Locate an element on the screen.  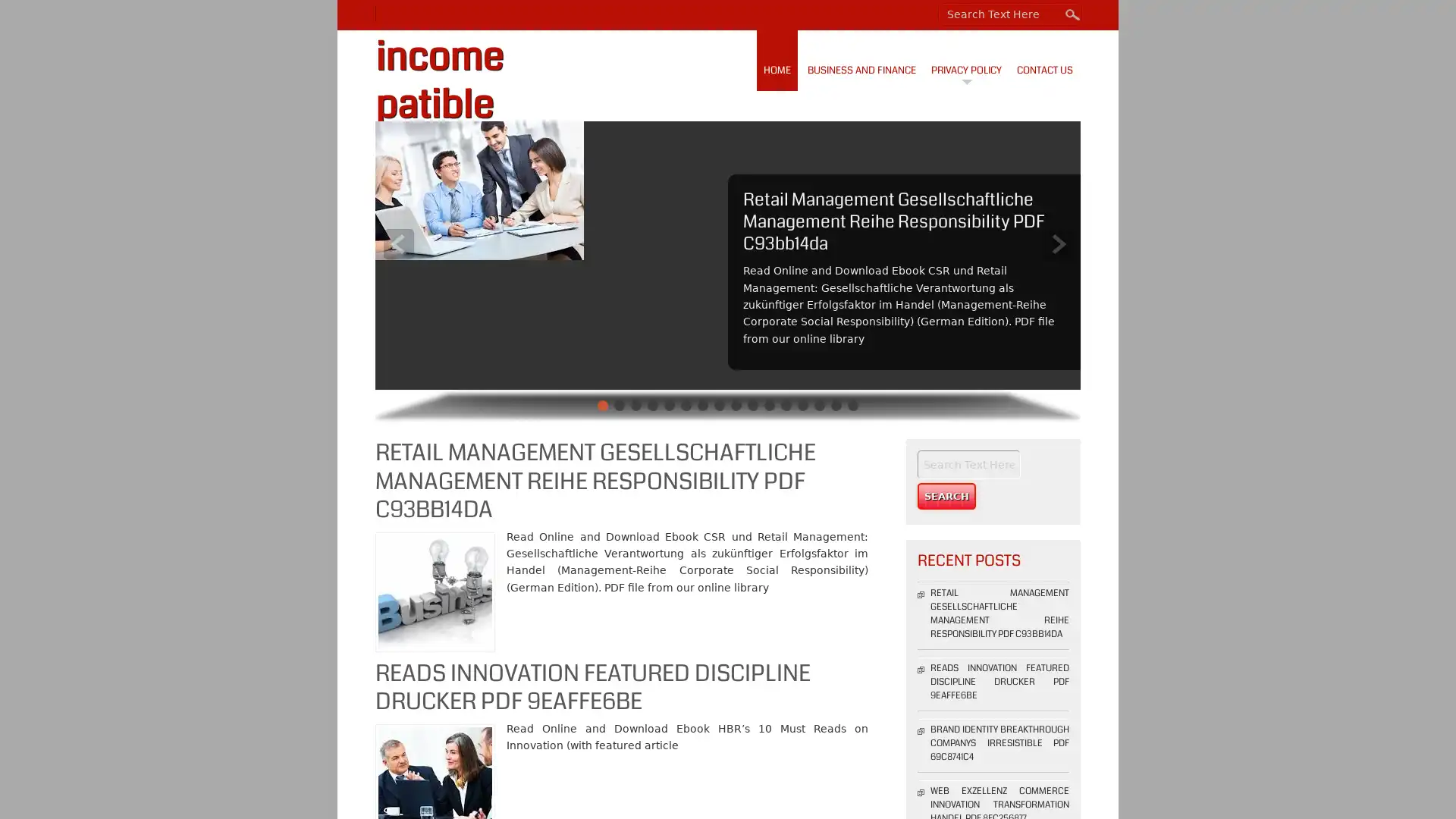
Search is located at coordinates (946, 496).